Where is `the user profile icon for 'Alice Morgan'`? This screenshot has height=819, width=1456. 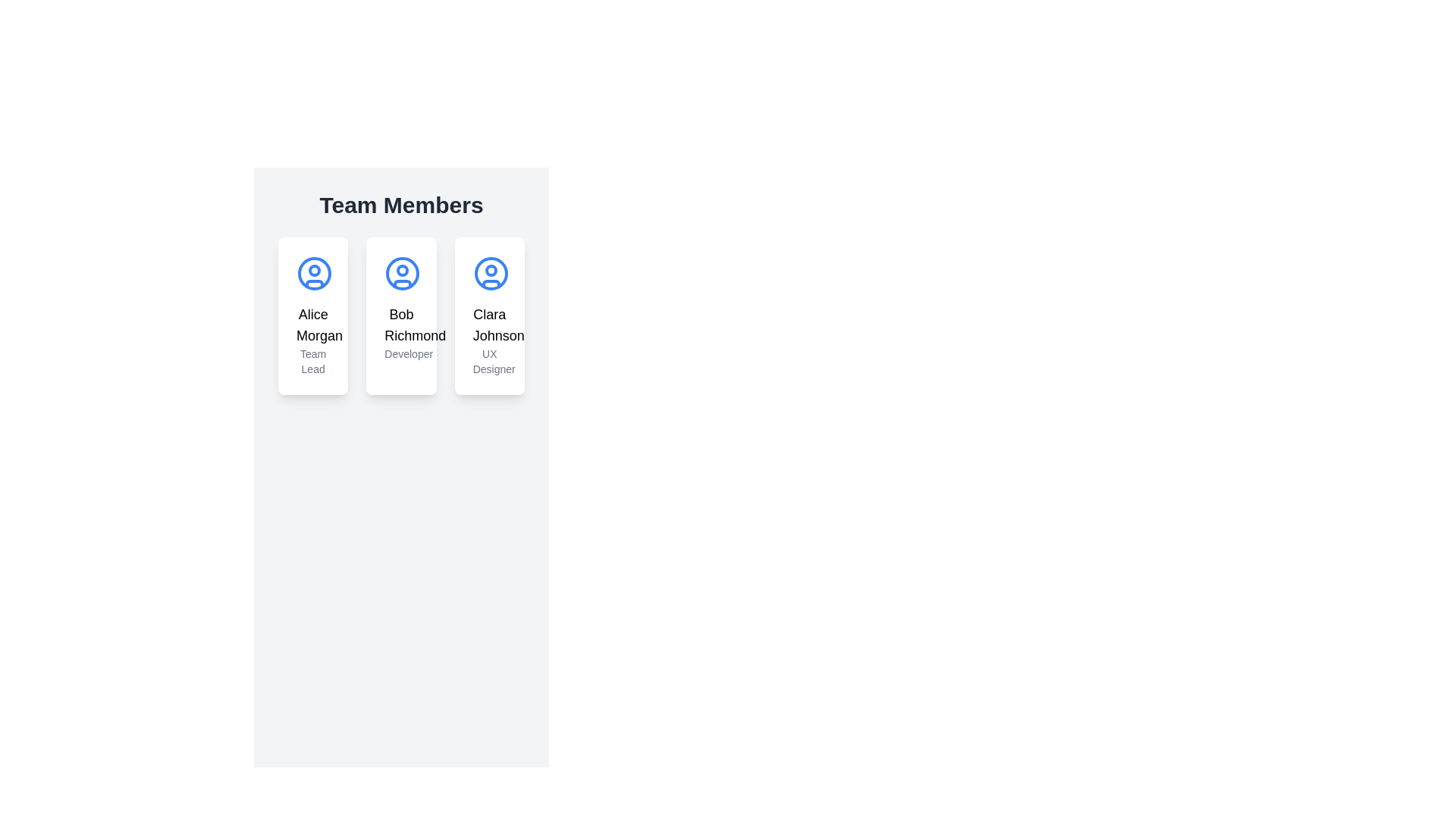 the user profile icon for 'Alice Morgan' is located at coordinates (313, 274).